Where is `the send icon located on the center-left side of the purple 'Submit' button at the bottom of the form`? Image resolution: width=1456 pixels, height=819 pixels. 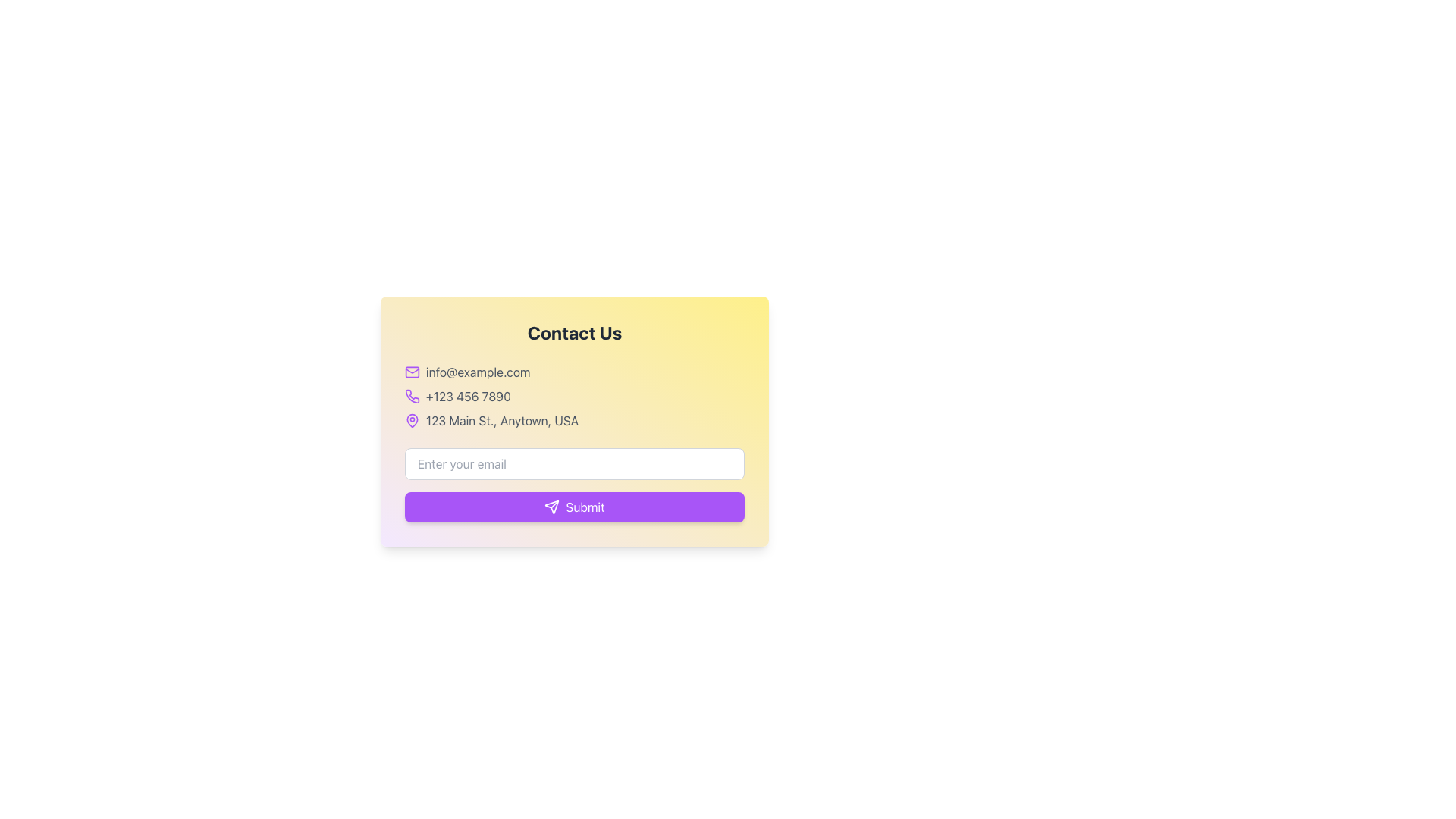
the send icon located on the center-left side of the purple 'Submit' button at the bottom of the form is located at coordinates (551, 507).